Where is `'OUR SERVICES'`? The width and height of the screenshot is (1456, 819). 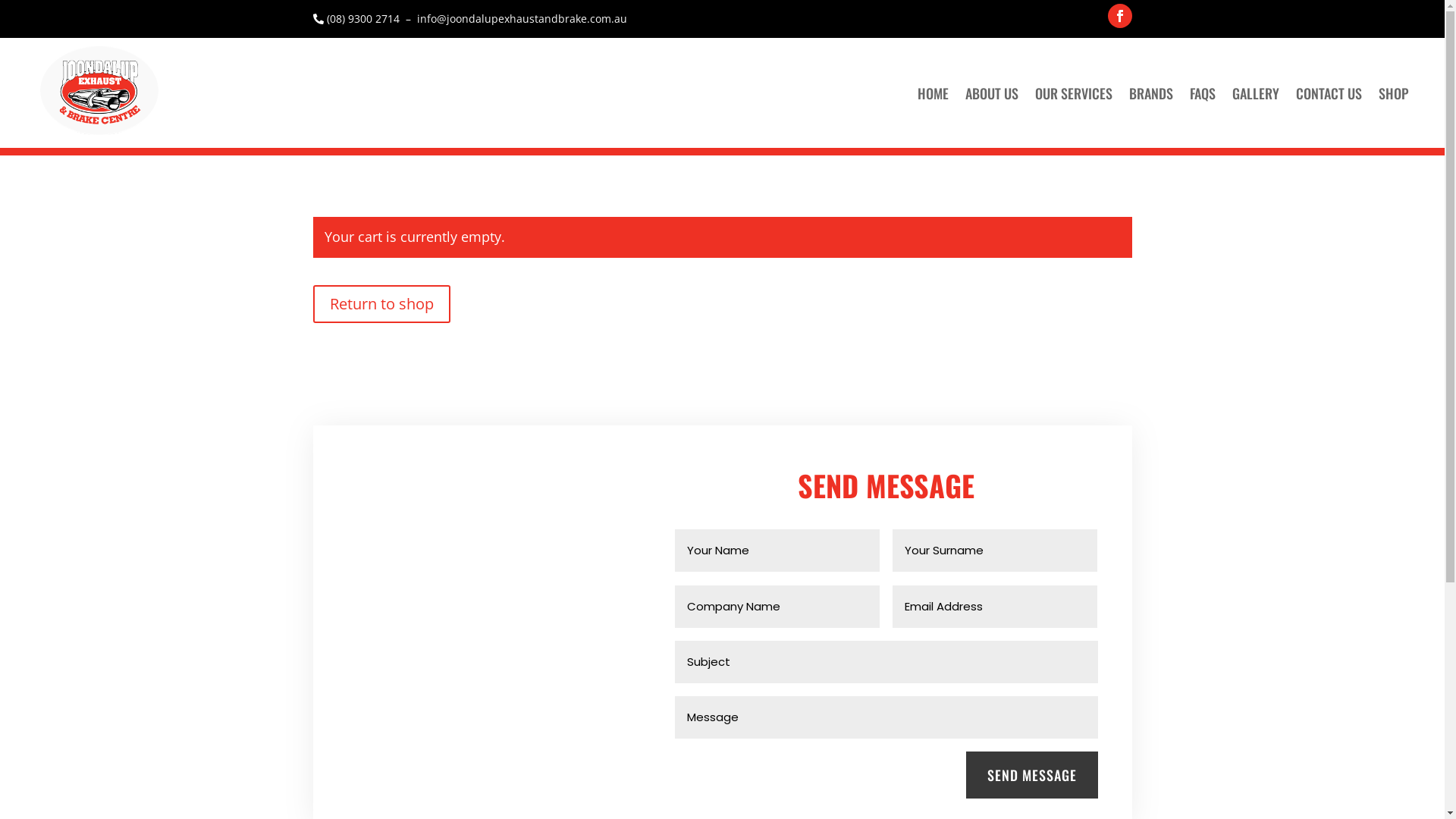 'OUR SERVICES' is located at coordinates (1034, 93).